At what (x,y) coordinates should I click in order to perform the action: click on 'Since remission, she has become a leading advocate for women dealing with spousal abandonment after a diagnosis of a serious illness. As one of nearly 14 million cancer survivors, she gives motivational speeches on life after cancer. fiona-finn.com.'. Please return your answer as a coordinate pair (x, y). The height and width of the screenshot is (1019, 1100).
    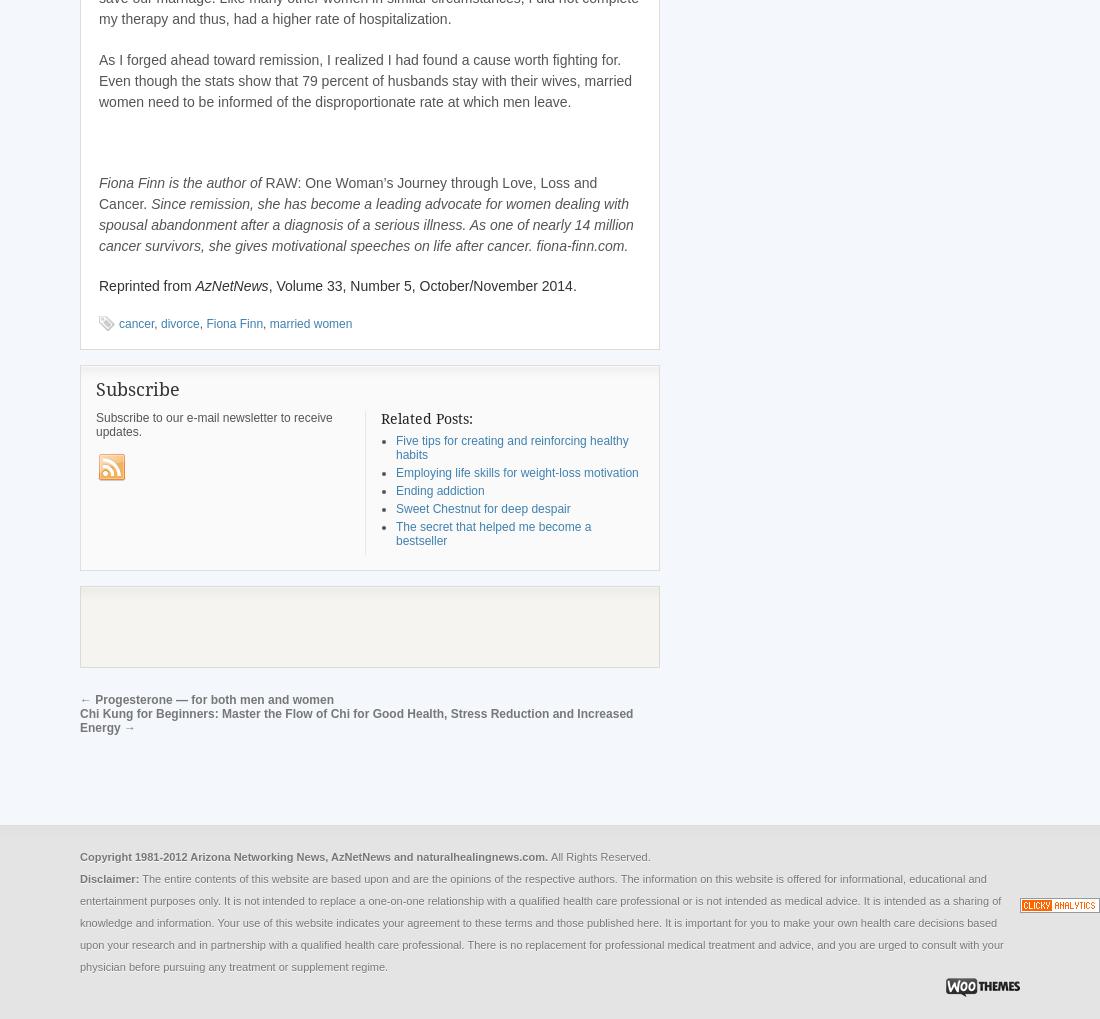
    Looking at the image, I should click on (99, 222).